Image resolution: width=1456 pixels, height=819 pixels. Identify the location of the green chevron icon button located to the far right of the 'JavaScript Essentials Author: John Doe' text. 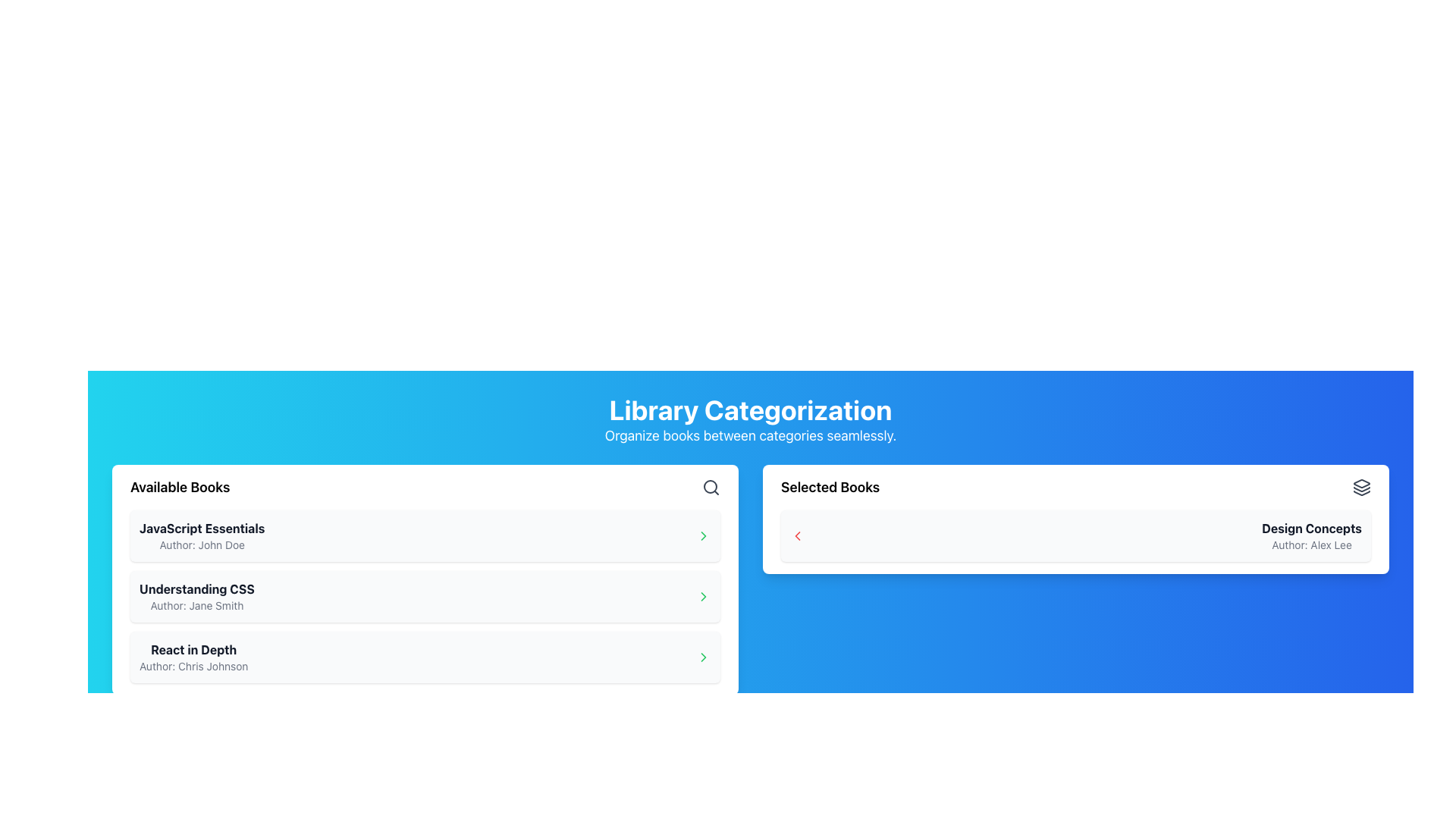
(702, 535).